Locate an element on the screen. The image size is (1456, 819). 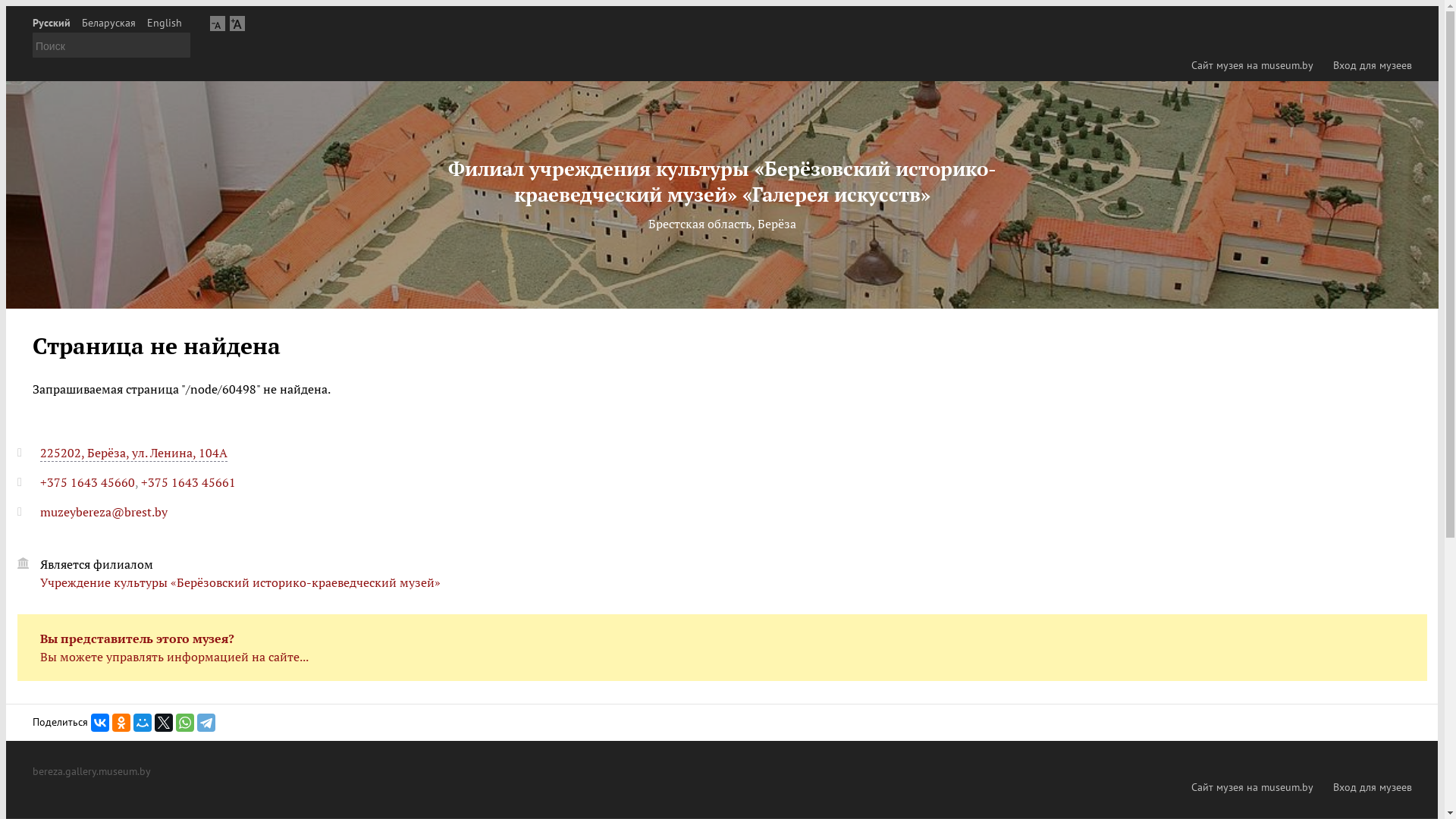
'+375 1643 45660' is located at coordinates (86, 482).